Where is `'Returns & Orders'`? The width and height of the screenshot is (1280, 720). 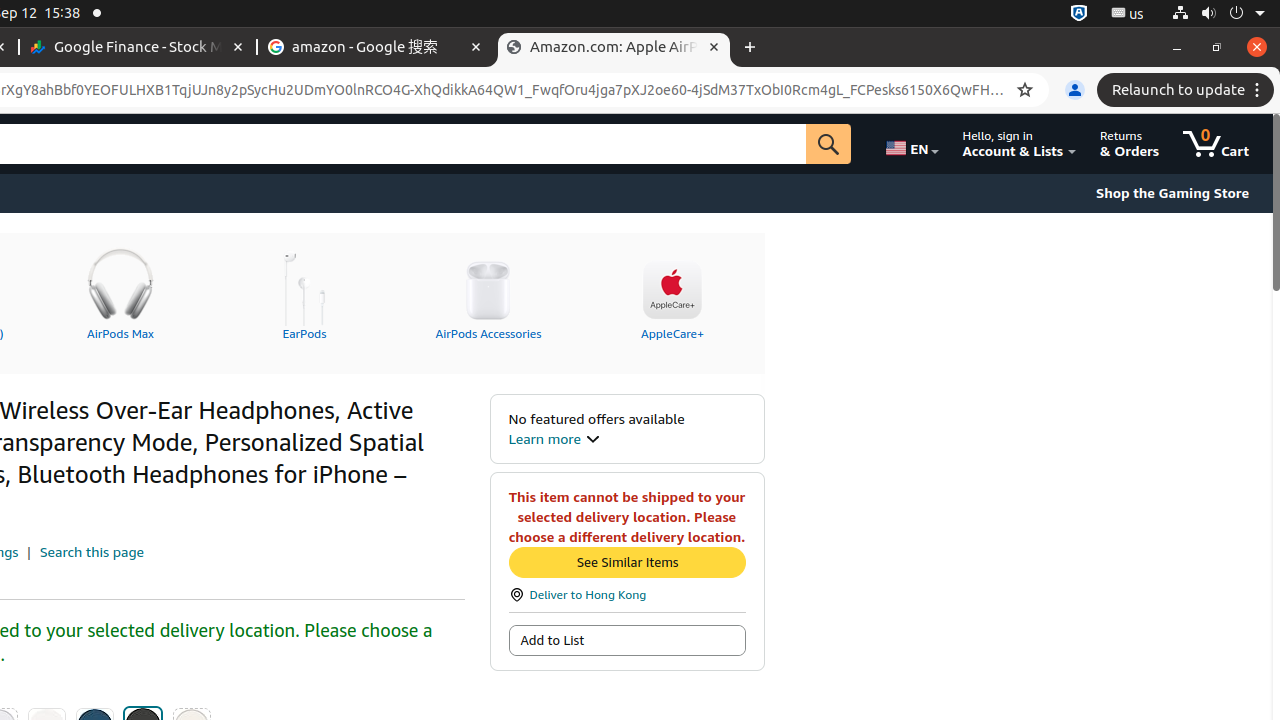
'Returns & Orders' is located at coordinates (1129, 143).